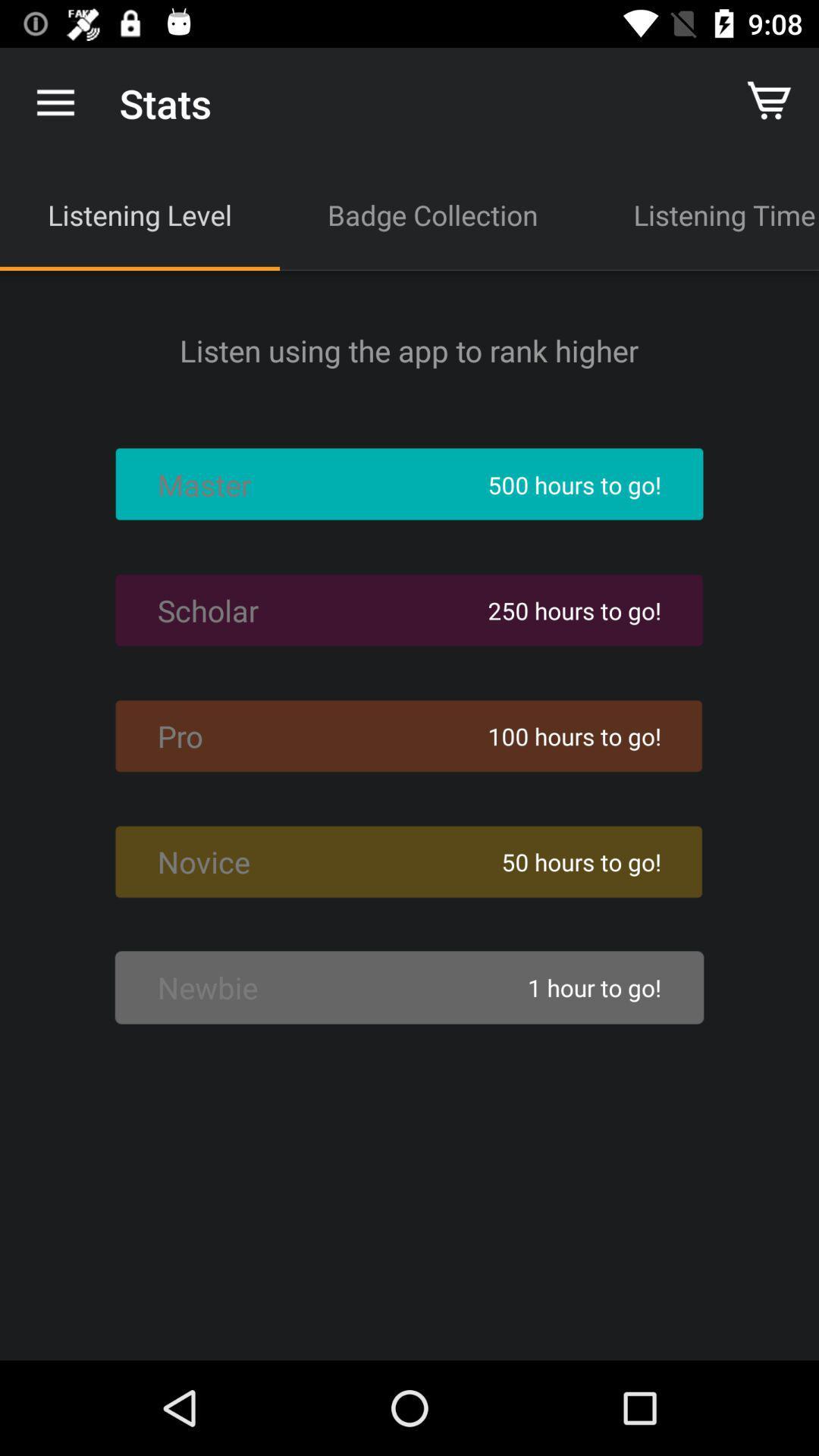  I want to click on icon next to the listening level icon, so click(432, 214).